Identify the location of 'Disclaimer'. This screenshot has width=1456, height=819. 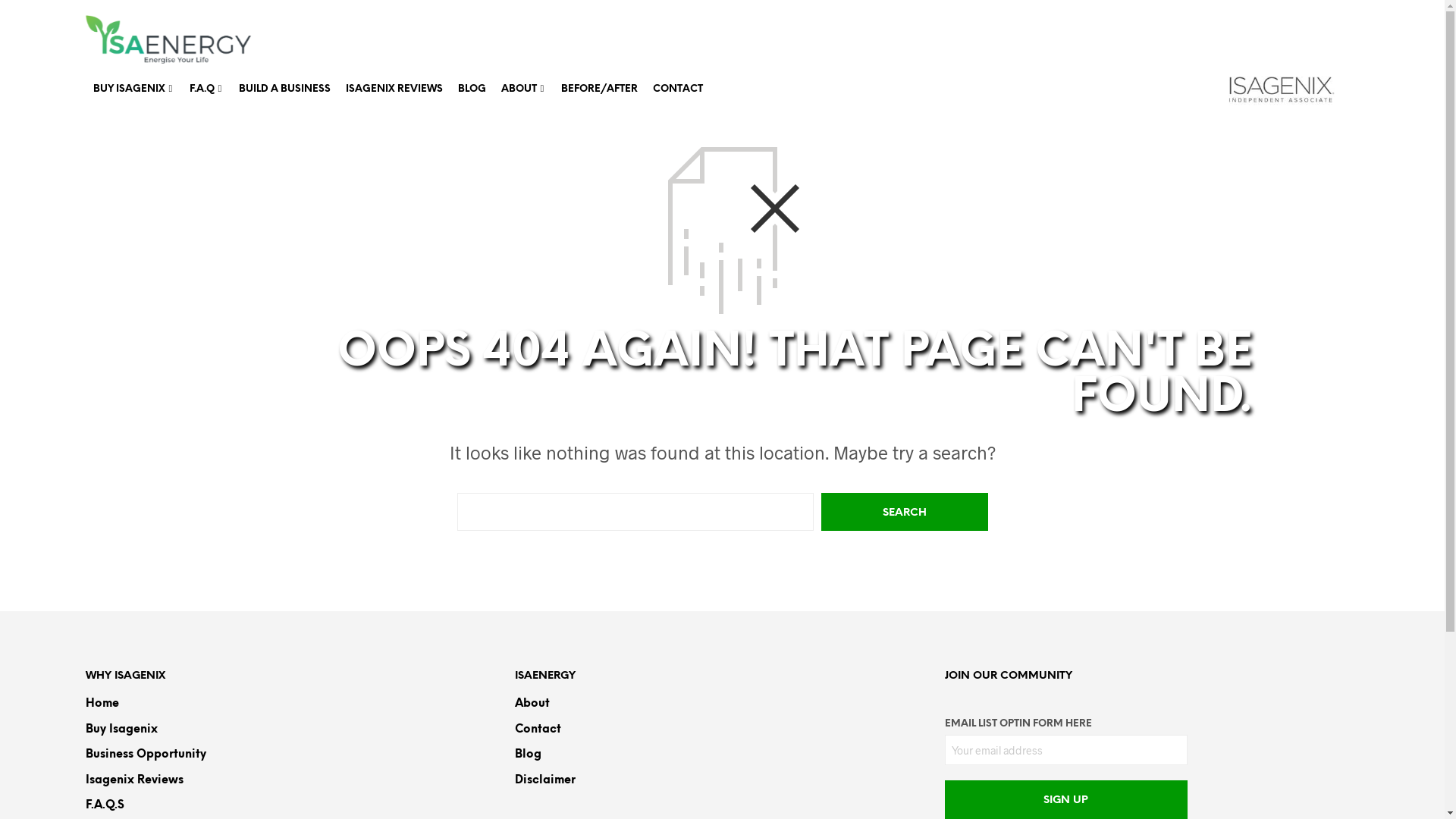
(545, 780).